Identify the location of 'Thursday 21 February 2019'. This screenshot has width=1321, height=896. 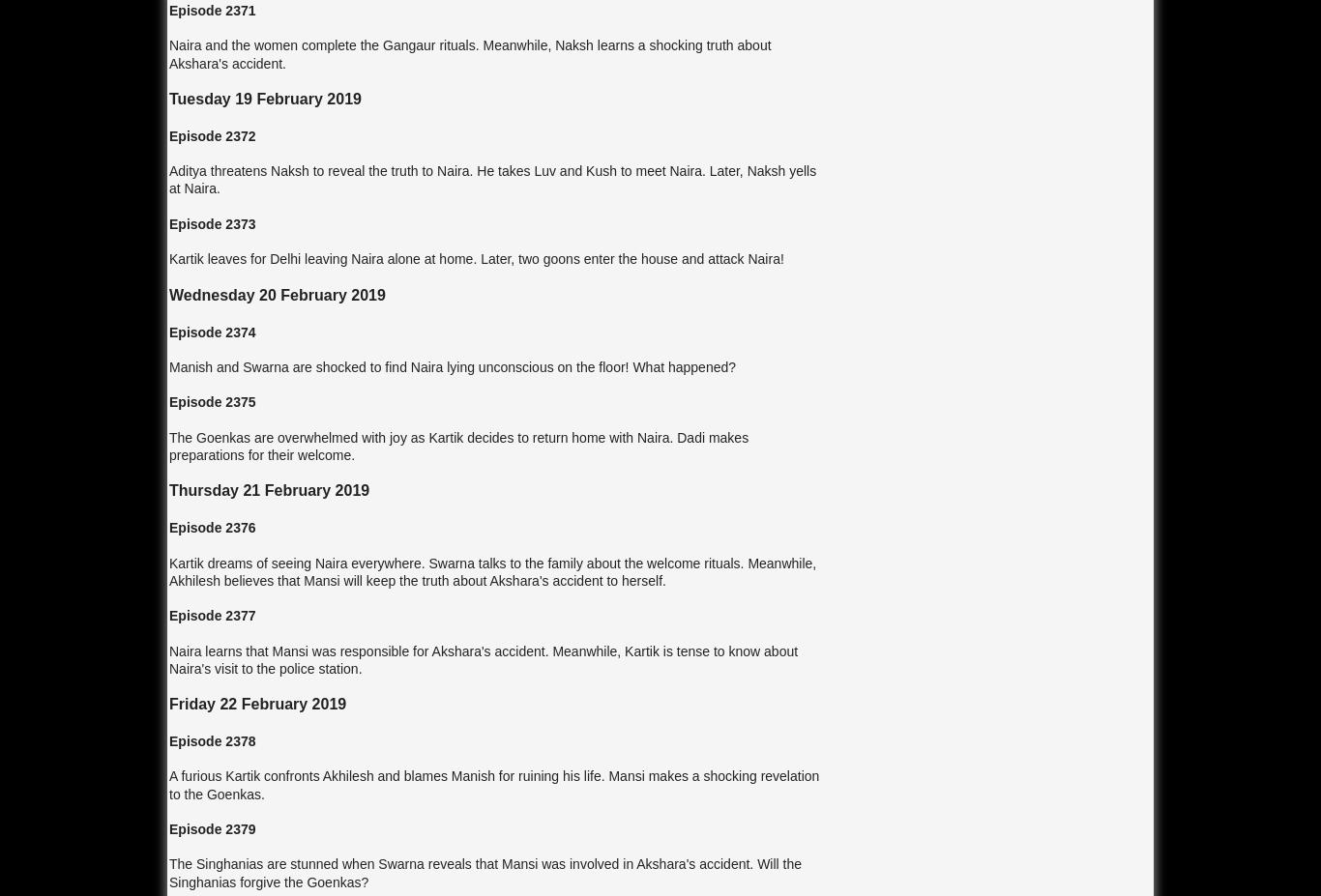
(269, 490).